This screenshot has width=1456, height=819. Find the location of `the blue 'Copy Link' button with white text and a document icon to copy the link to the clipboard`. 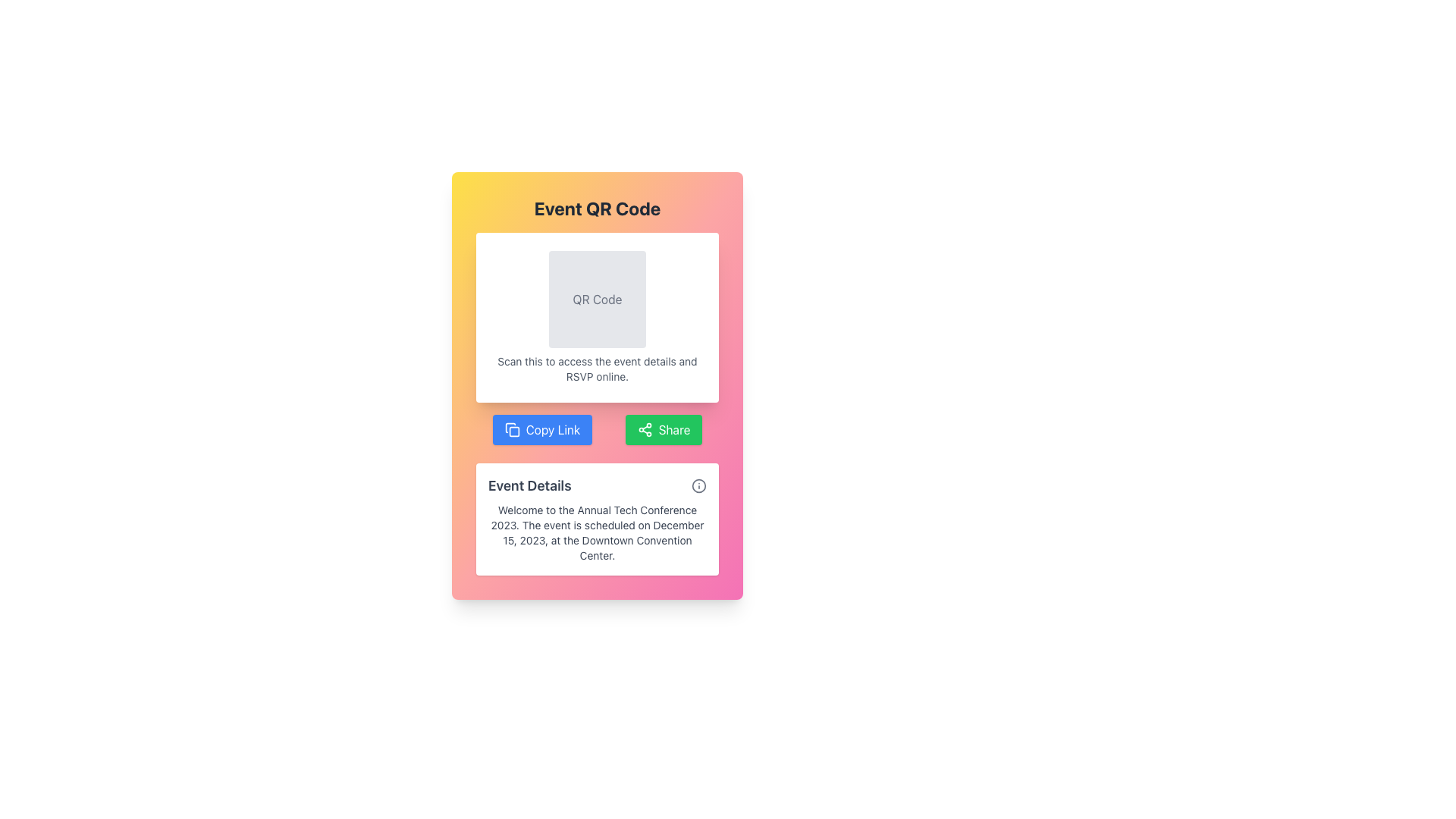

the blue 'Copy Link' button with white text and a document icon to copy the link to the clipboard is located at coordinates (542, 430).